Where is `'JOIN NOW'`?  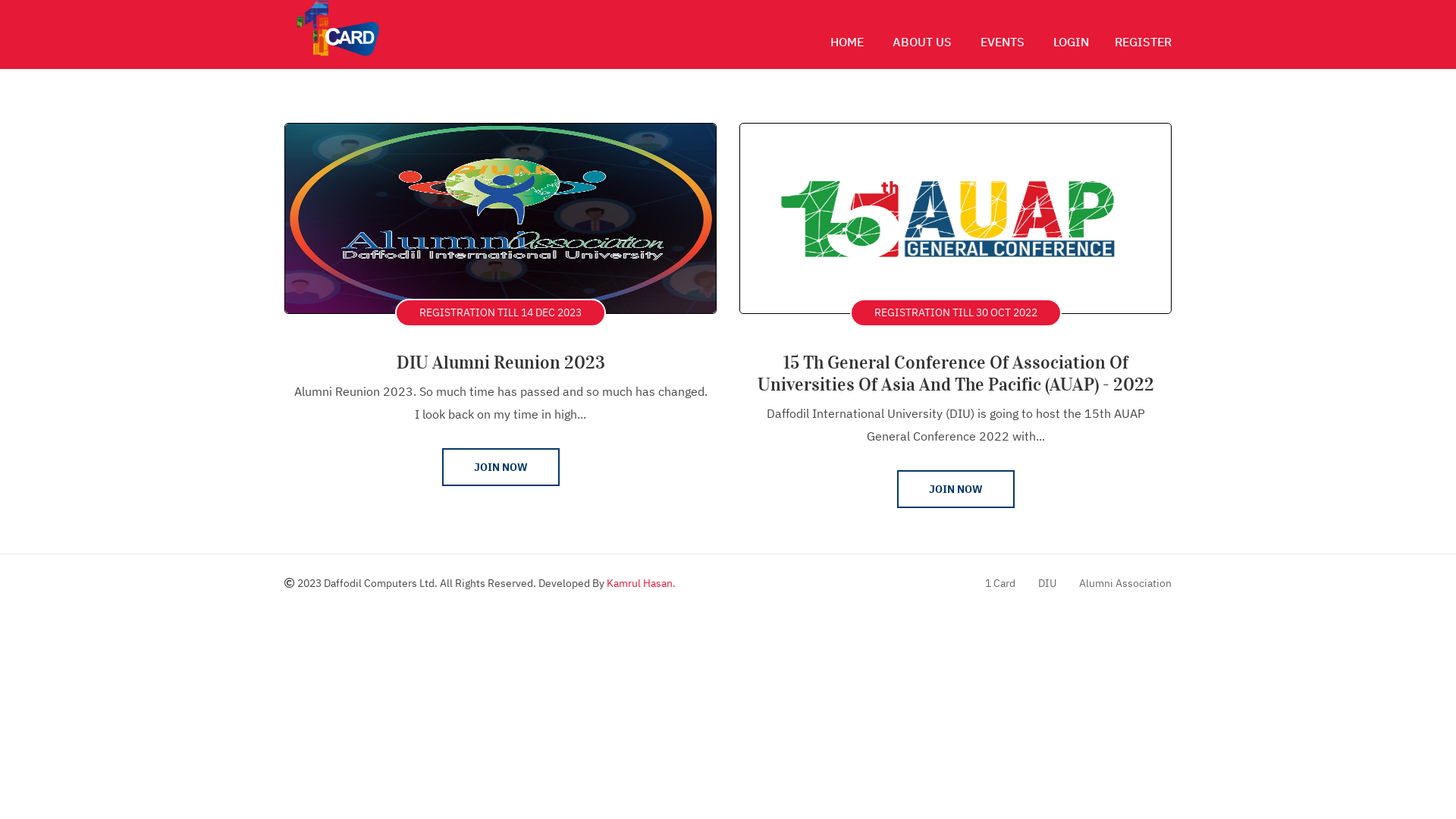
'JOIN NOW' is located at coordinates (954, 488).